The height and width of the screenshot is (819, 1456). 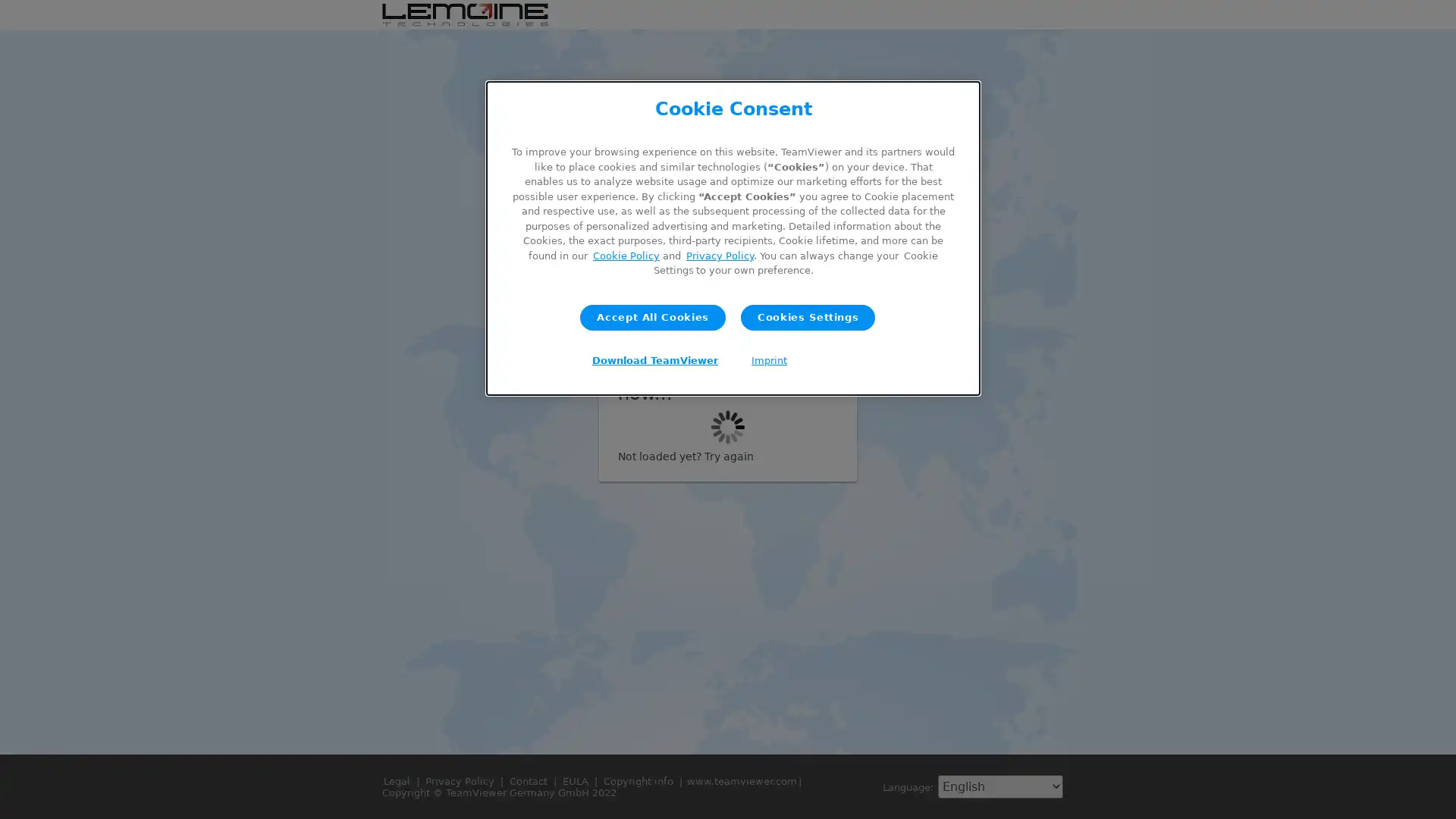 I want to click on Accept All Cookies, so click(x=652, y=315).